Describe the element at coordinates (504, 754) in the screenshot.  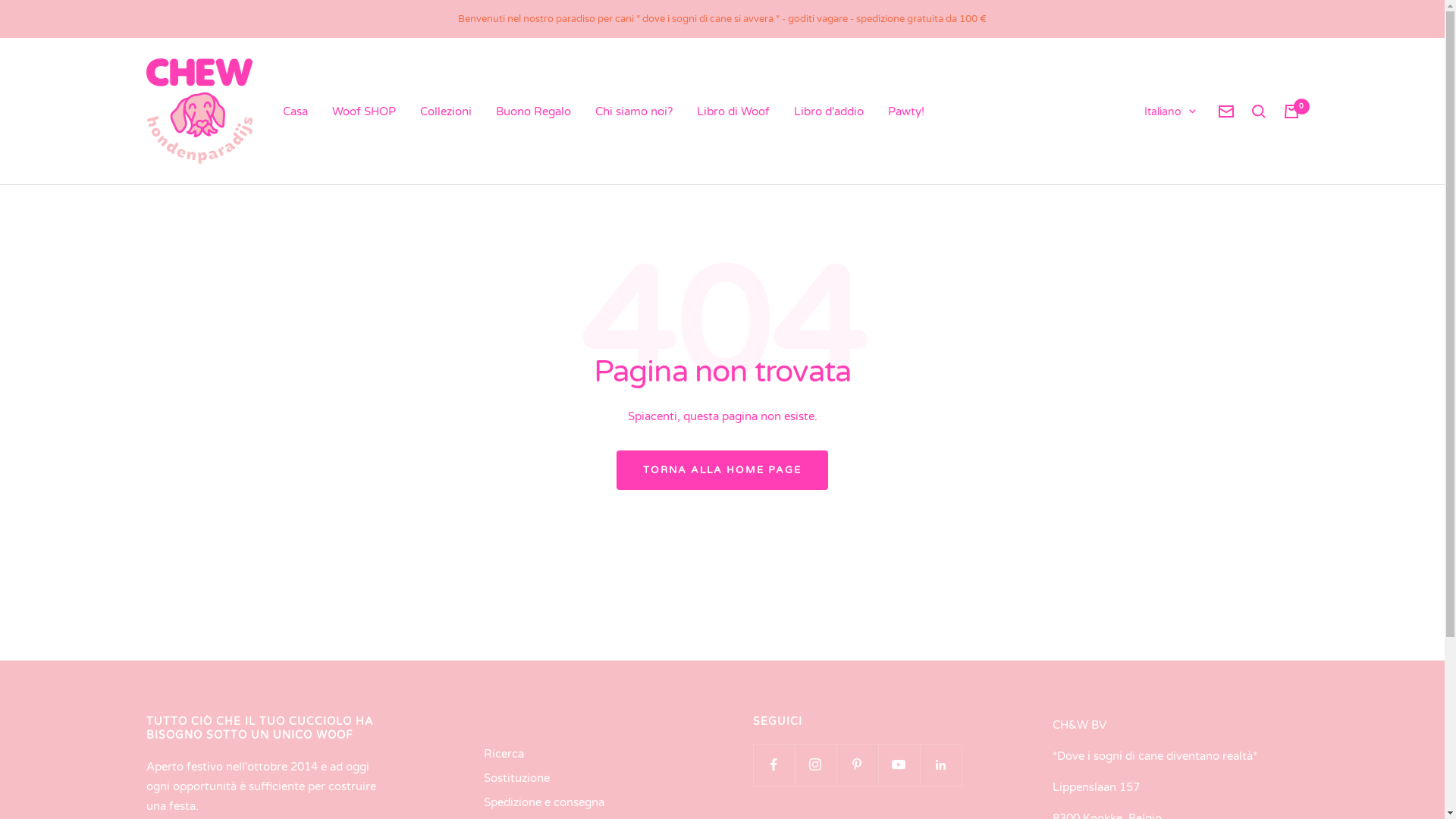
I see `'Ricerca'` at that location.